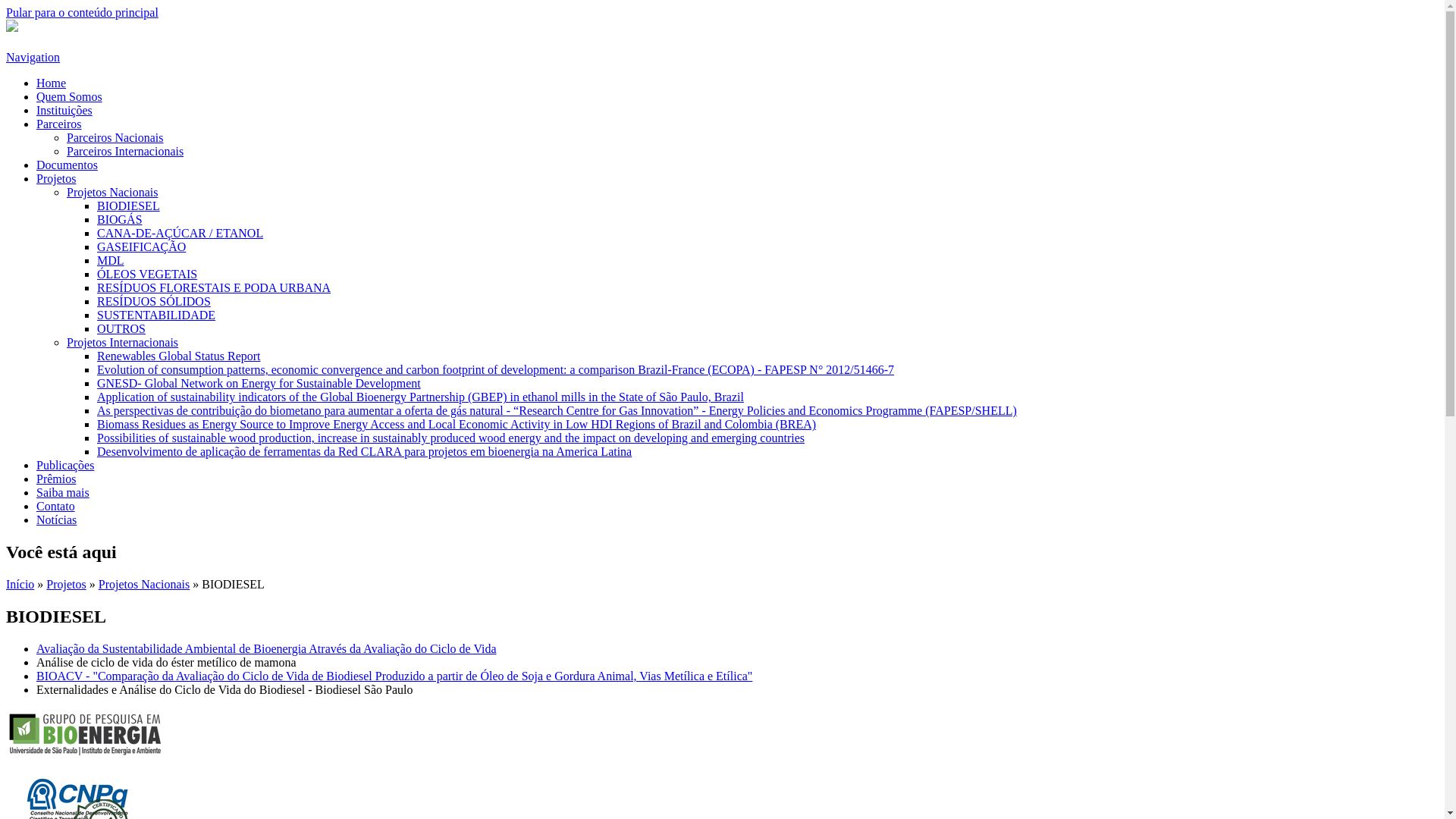 This screenshot has width=1456, height=819. What do you see at coordinates (66, 165) in the screenshot?
I see `'Documentos'` at bounding box center [66, 165].